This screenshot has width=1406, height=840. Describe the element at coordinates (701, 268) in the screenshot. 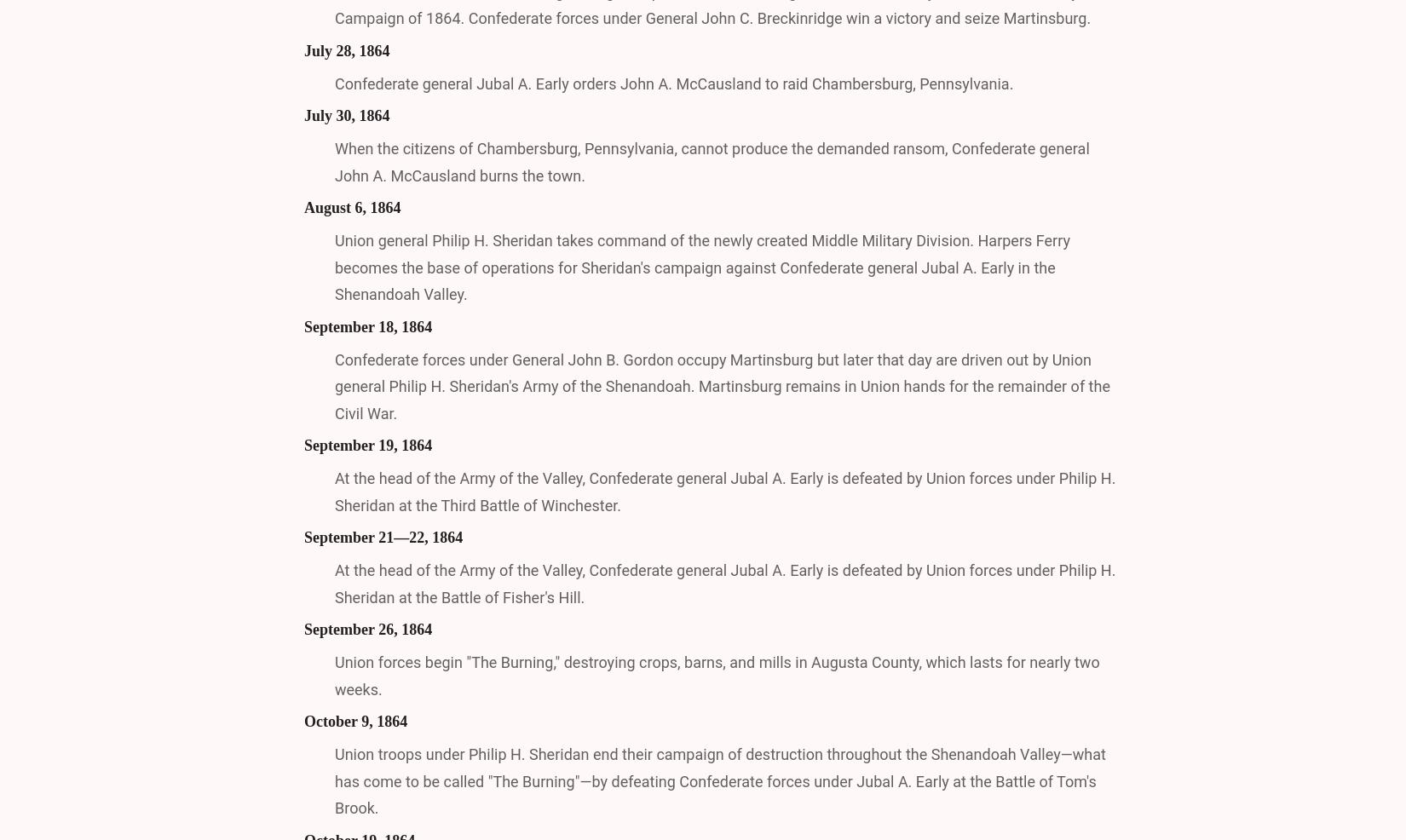

I see `'Union general Philip H. Sheridan takes command of the newly created Middle Military Division. Harpers Ferry becomes the base of operations for Sheridan's campaign against Confederate general Jubal A. Early in the Shenandoah Valley.'` at that location.